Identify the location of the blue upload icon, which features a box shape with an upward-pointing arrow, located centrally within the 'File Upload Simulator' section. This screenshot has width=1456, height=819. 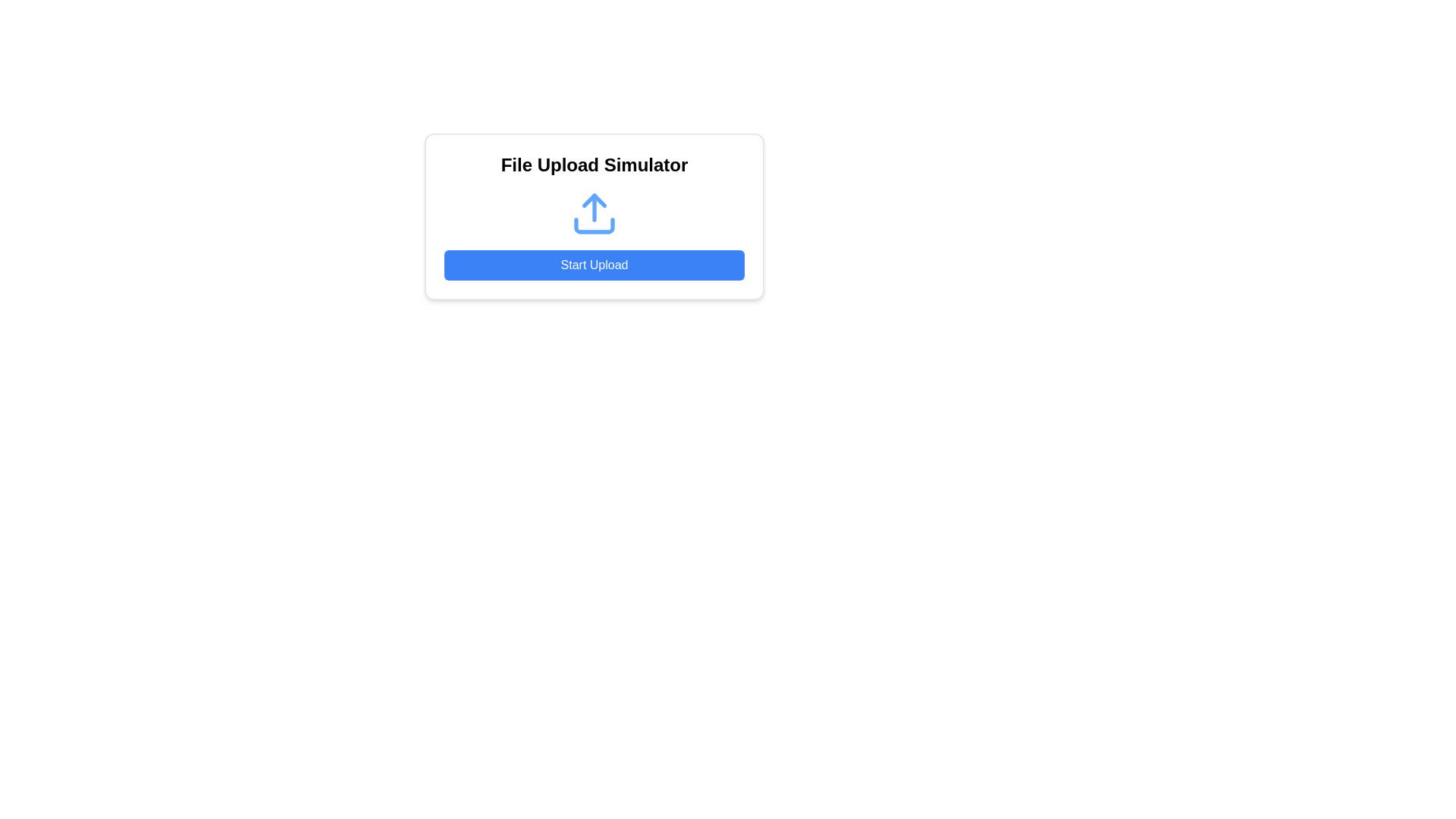
(593, 213).